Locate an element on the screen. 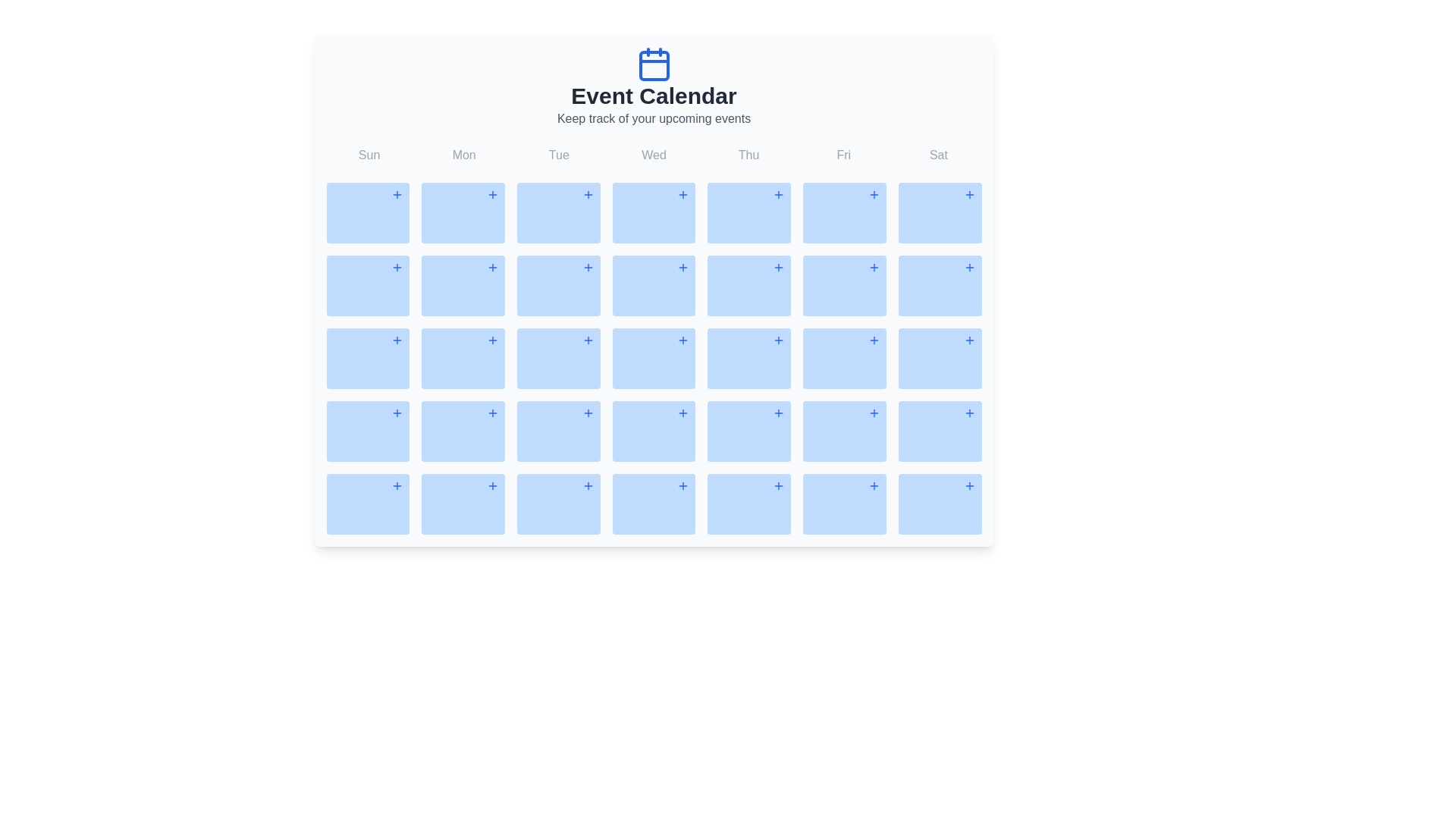 The width and height of the screenshot is (1456, 819). the Icon button located in the top-right corner of the calendar day cell in the second row and first column is located at coordinates (397, 339).